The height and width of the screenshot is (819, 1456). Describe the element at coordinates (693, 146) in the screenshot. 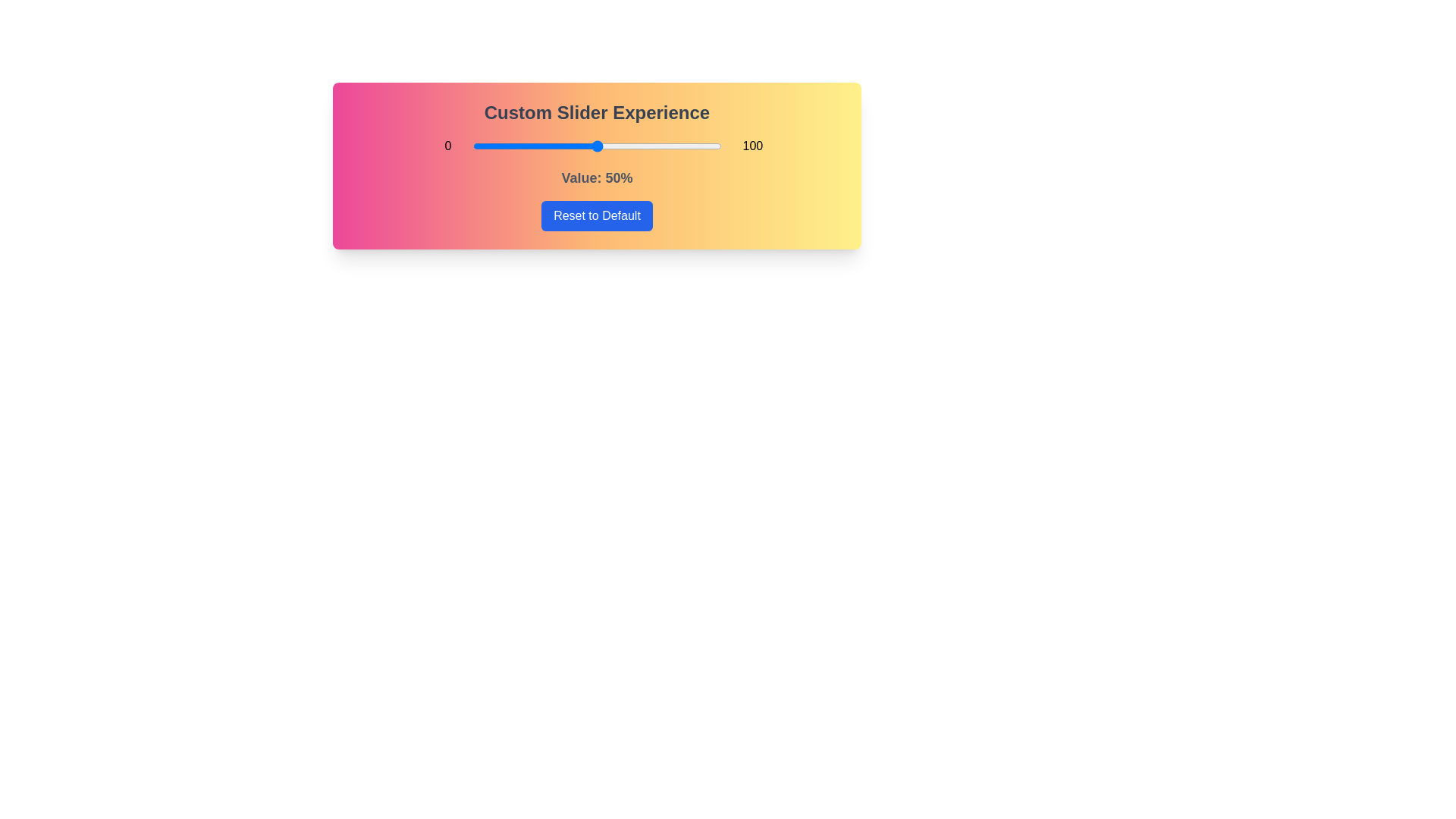

I see `the slider to 89% to explore the gradient background` at that location.